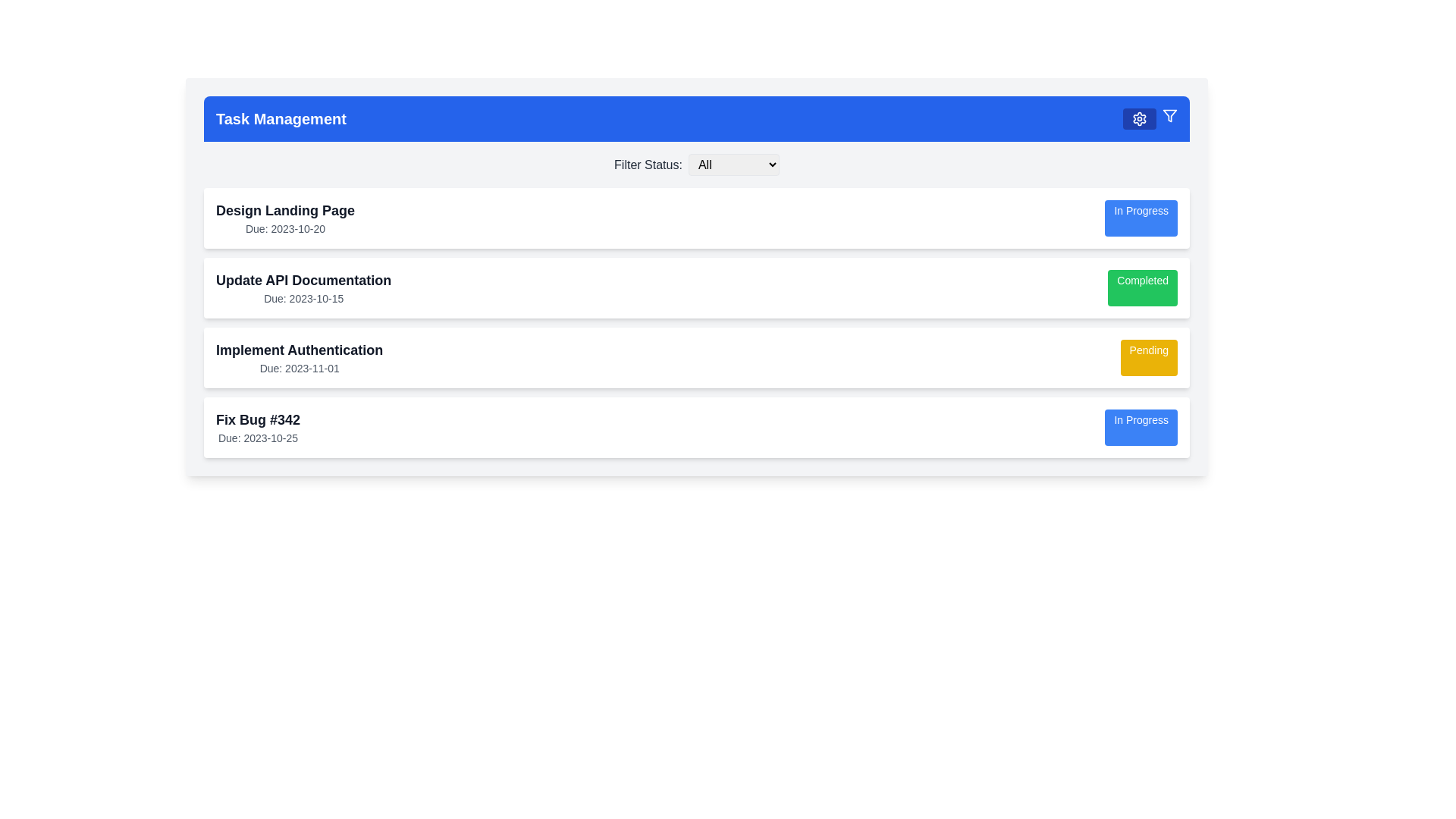 This screenshot has height=819, width=1456. I want to click on text displayed in the 'Update API Documentation' label, which is a large, bold, dark gray text located near the top-center of the task management interface, so click(303, 281).